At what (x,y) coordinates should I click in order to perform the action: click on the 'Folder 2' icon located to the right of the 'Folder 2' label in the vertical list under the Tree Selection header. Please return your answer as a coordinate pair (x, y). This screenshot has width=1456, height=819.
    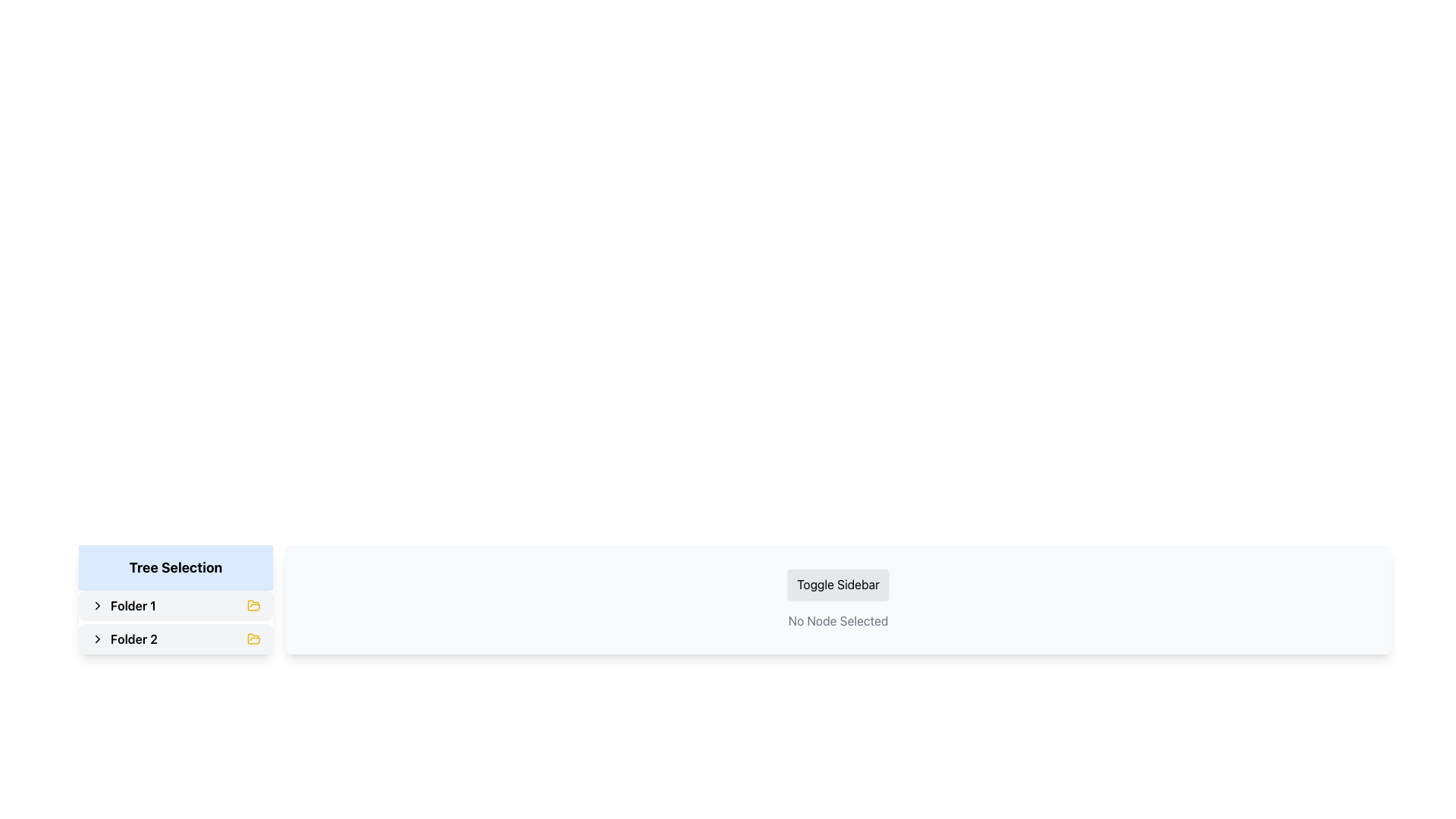
    Looking at the image, I should click on (254, 604).